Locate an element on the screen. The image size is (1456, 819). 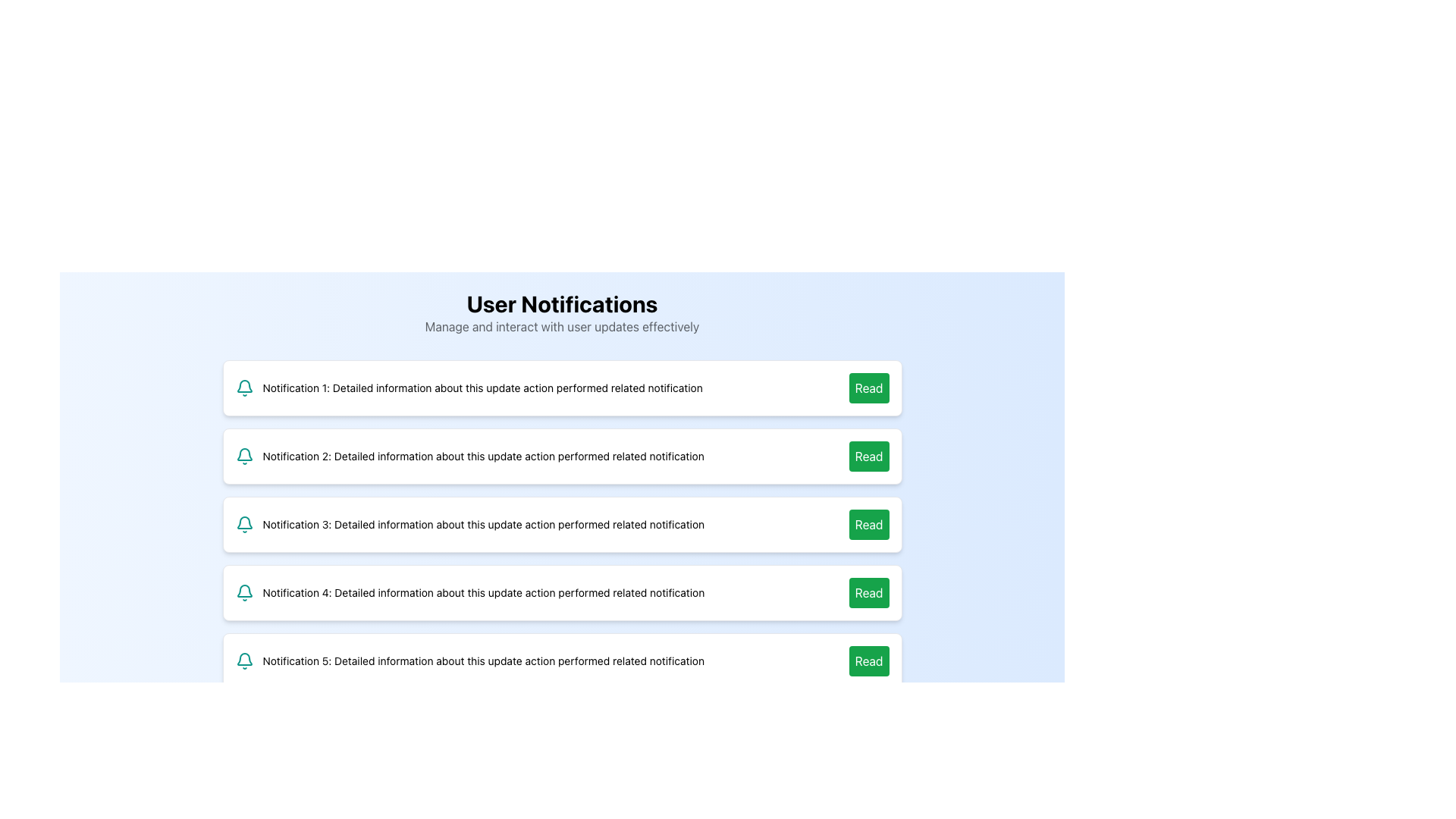
the notification list item that includes a teal bell icon and a green 'Read' button, which contains the text 'Notification 2: Detailed information about this update action performed related notification.' is located at coordinates (561, 455).